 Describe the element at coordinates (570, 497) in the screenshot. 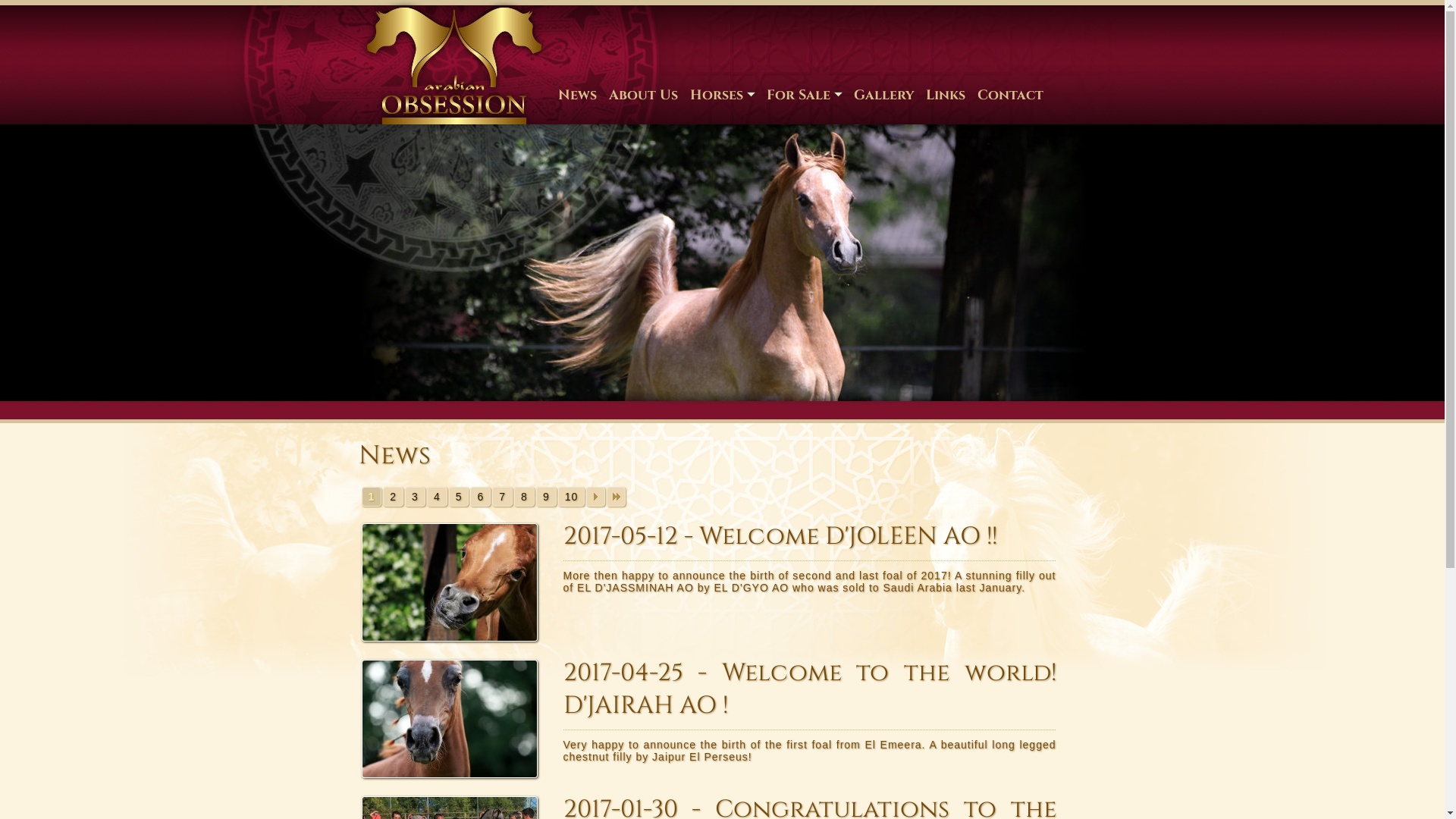

I see `'10'` at that location.